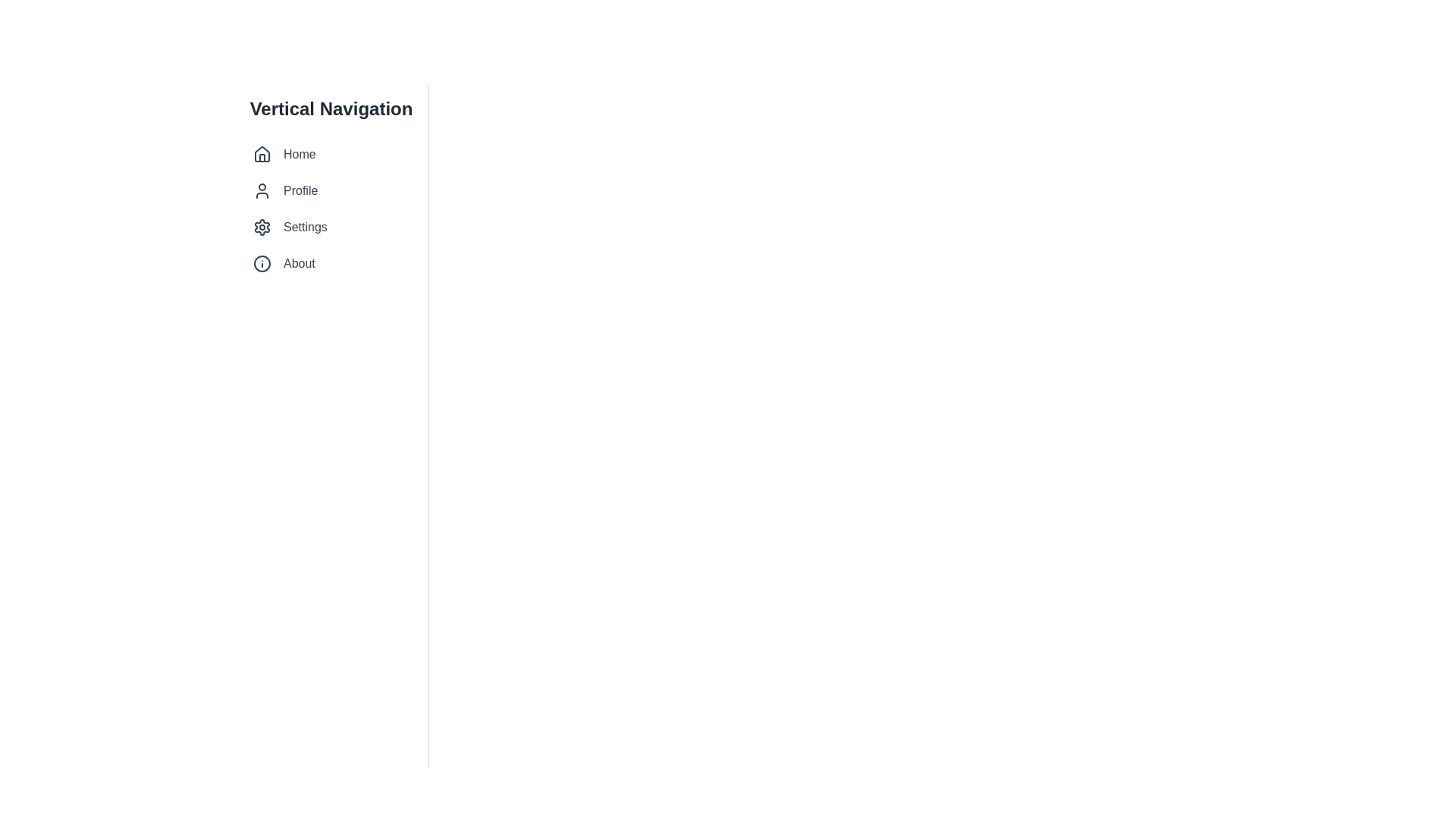 The width and height of the screenshot is (1456, 819). What do you see at coordinates (262, 227) in the screenshot?
I see `the settings icon located in the vertical navigation bar, which is the third item after 'Home' and 'Profile'` at bounding box center [262, 227].